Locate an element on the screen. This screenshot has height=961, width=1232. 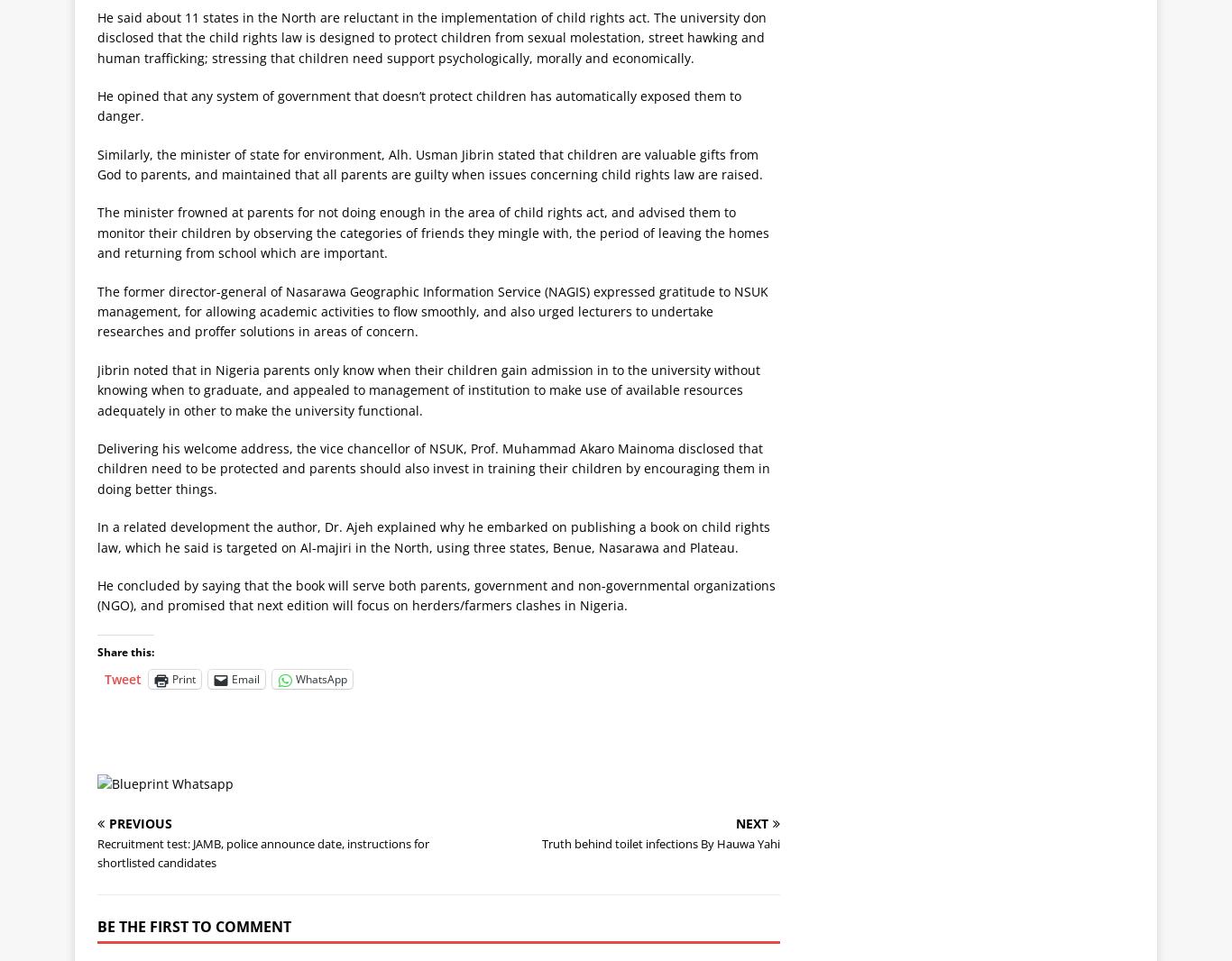
'Truth behind toilet infections By Hauwa Yahi' is located at coordinates (660, 842).